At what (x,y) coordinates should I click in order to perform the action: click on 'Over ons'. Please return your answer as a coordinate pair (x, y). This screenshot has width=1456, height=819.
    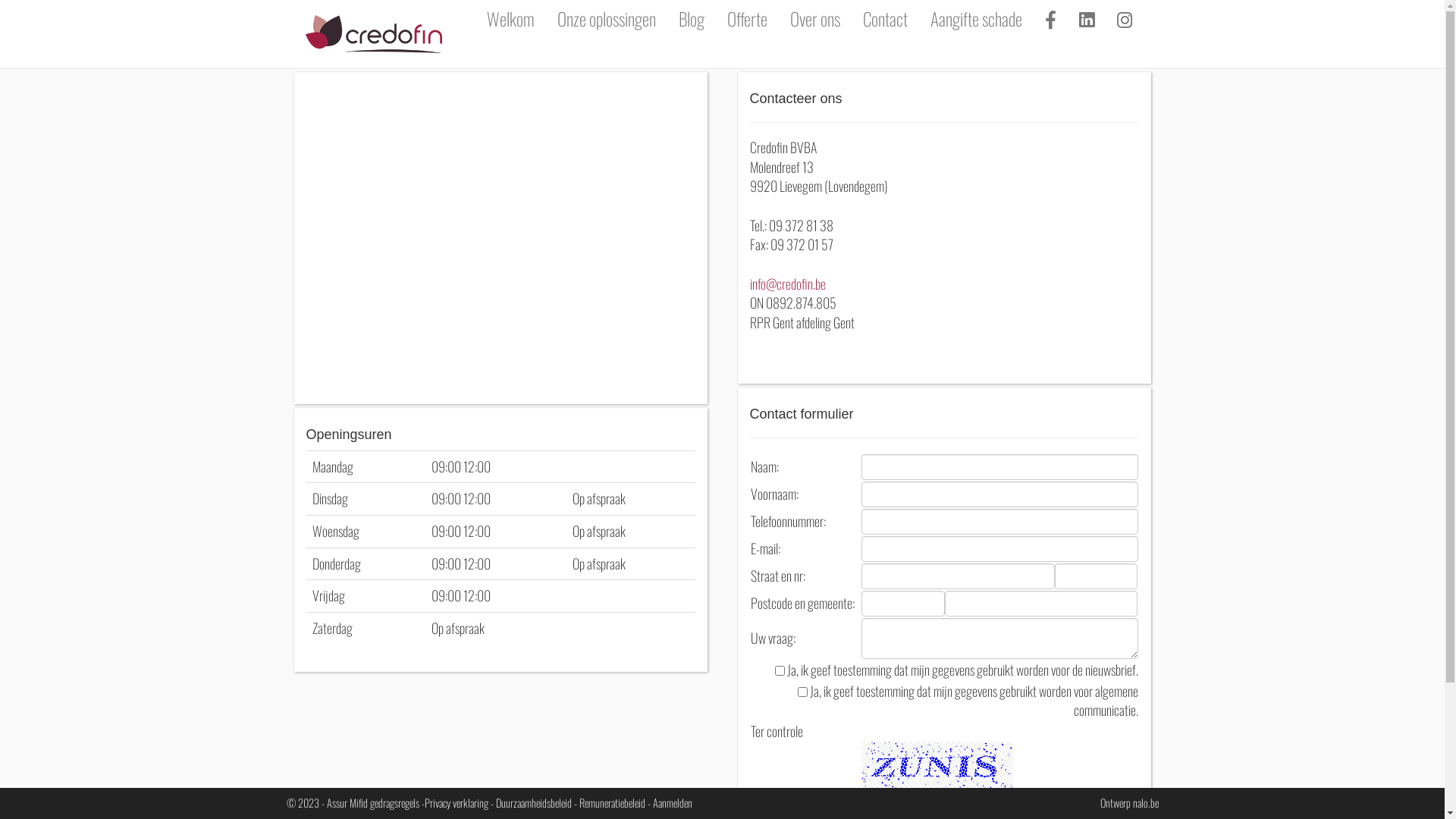
    Looking at the image, I should click on (778, 18).